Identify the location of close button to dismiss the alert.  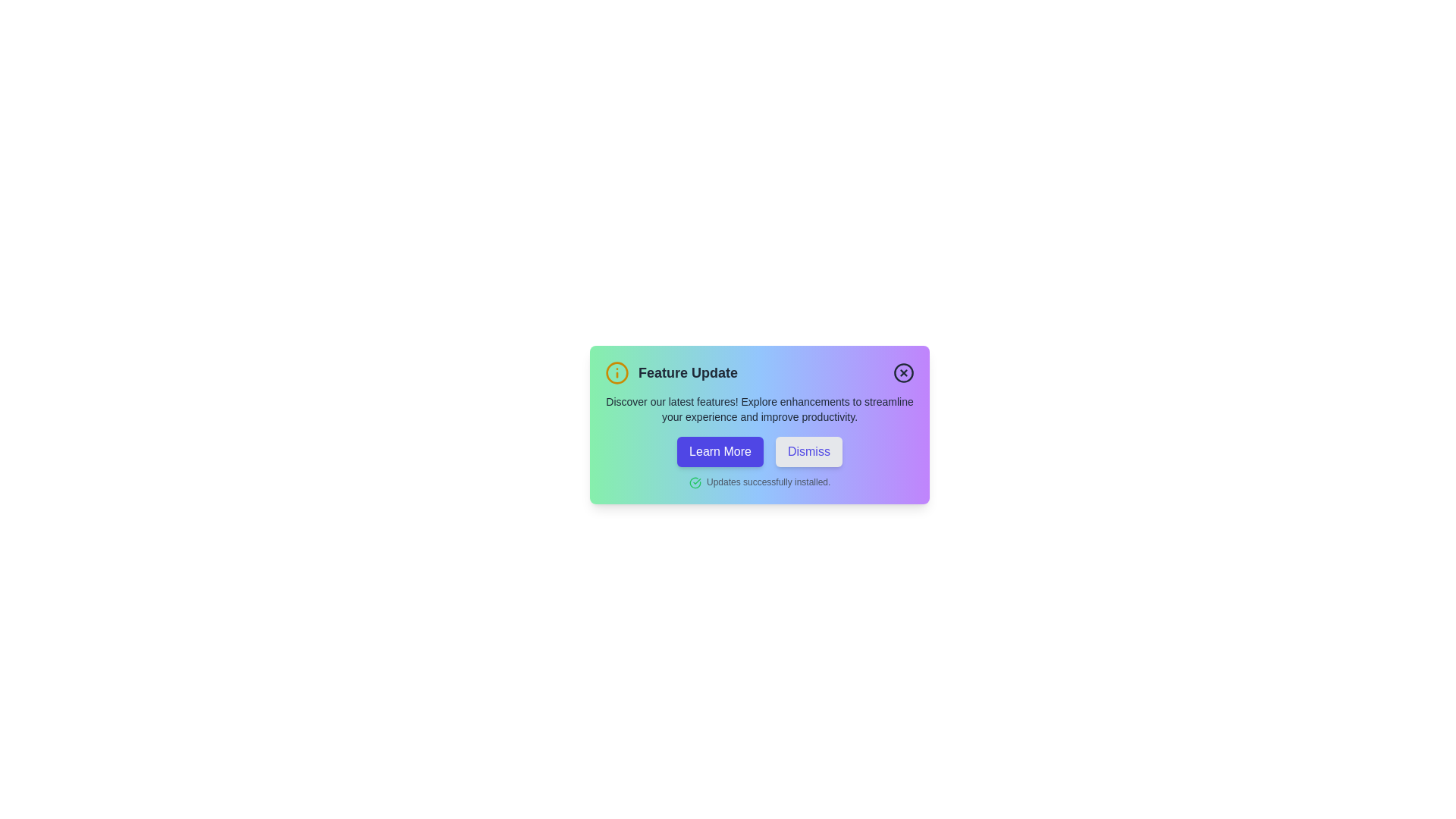
(903, 373).